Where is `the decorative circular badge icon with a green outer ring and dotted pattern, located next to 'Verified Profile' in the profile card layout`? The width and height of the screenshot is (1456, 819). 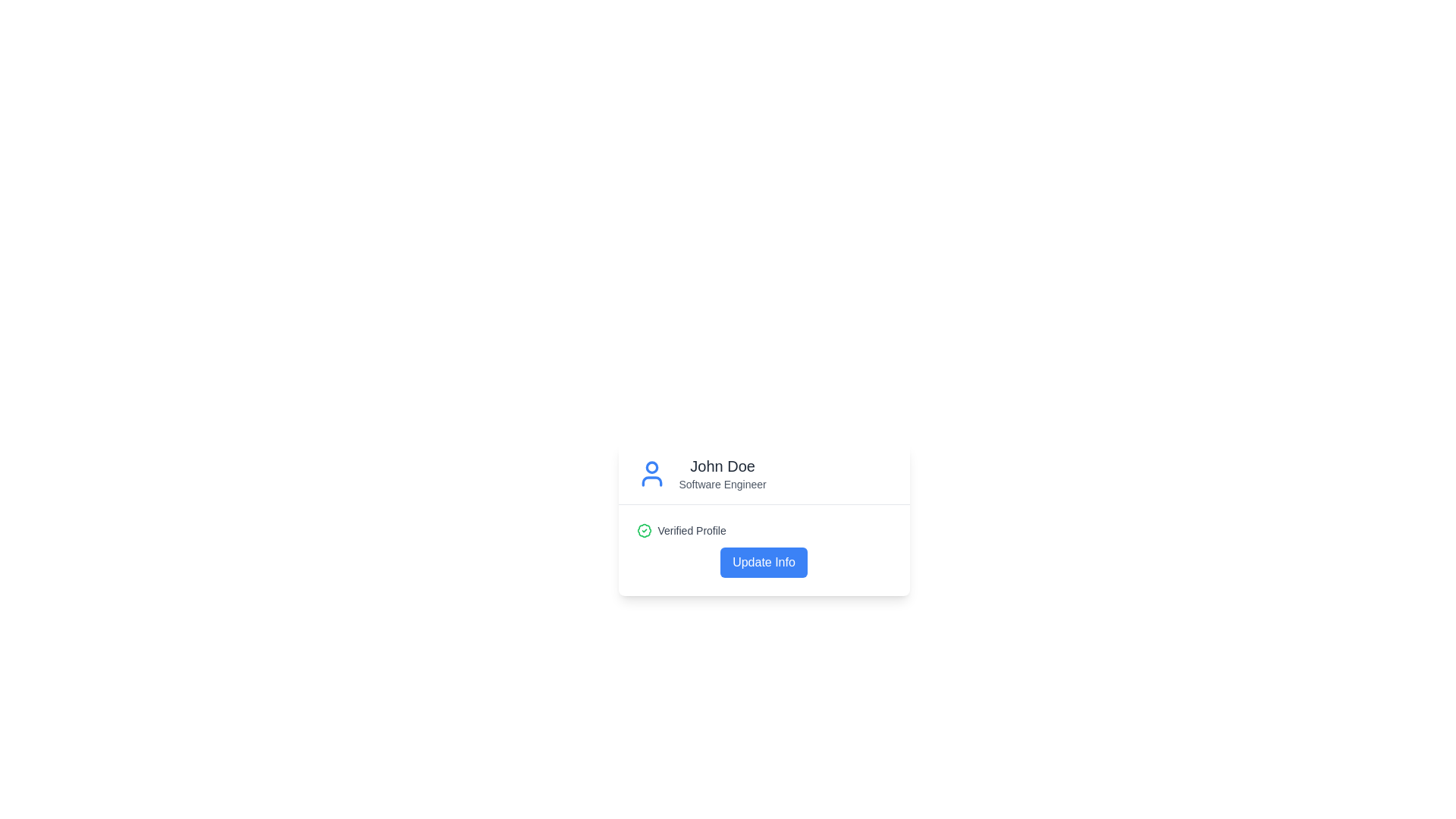 the decorative circular badge icon with a green outer ring and dotted pattern, located next to 'Verified Profile' in the profile card layout is located at coordinates (644, 529).